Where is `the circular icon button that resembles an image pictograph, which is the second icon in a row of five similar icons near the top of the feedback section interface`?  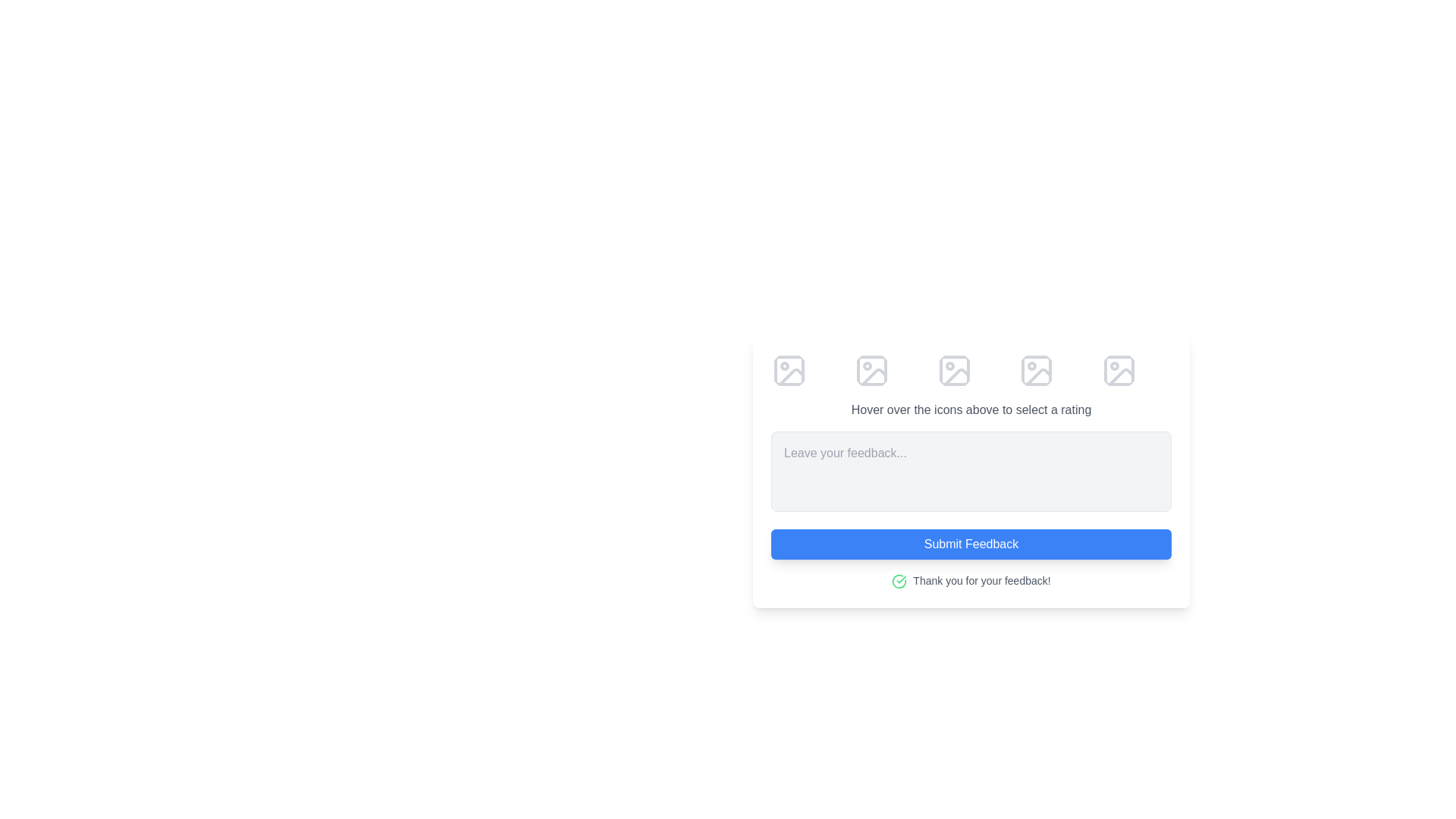
the circular icon button that resembles an image pictograph, which is the second icon in a row of five similar icons near the top of the feedback section interface is located at coordinates (871, 371).